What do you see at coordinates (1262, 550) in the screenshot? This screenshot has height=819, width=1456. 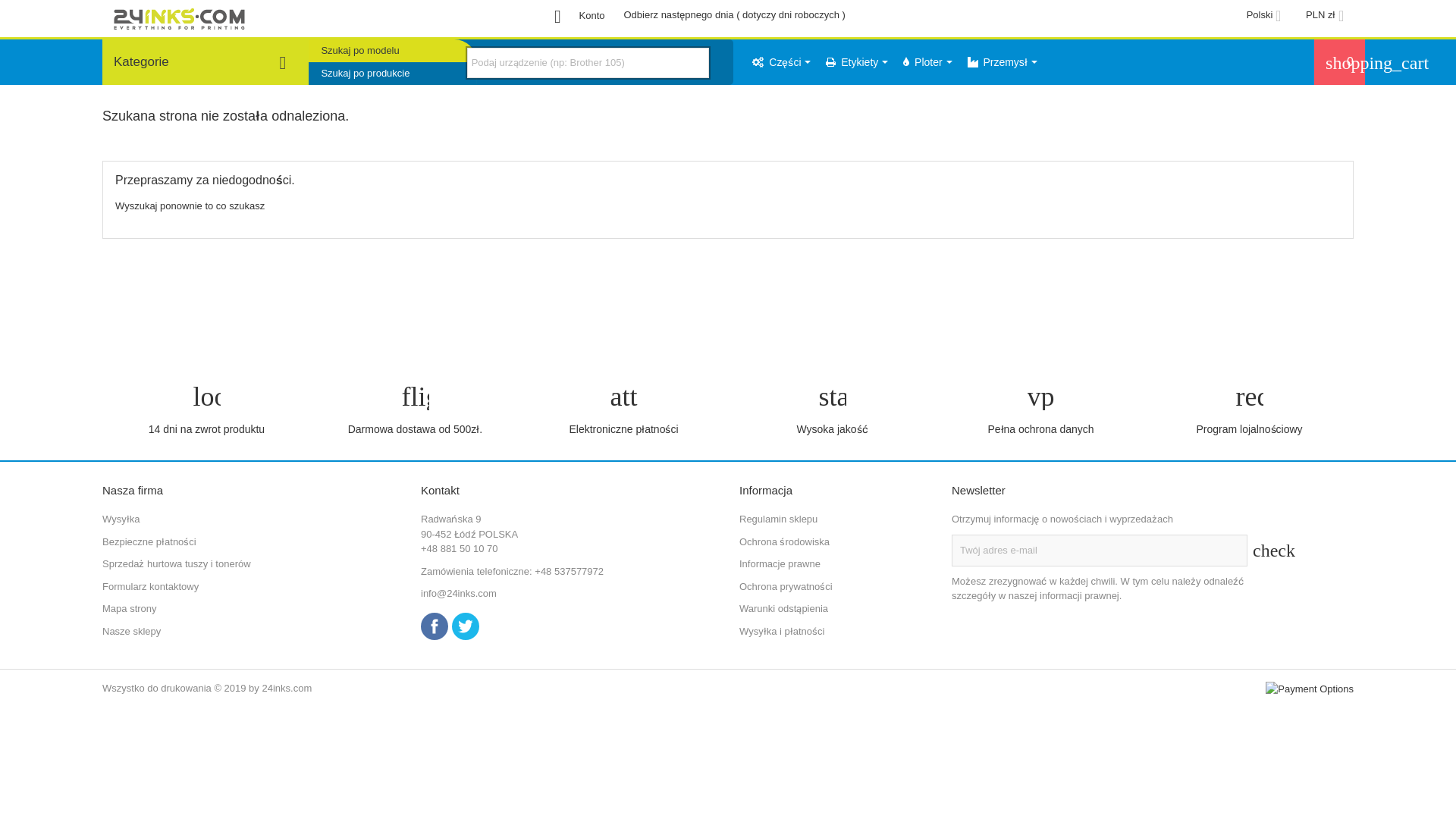 I see `'check'` at bounding box center [1262, 550].